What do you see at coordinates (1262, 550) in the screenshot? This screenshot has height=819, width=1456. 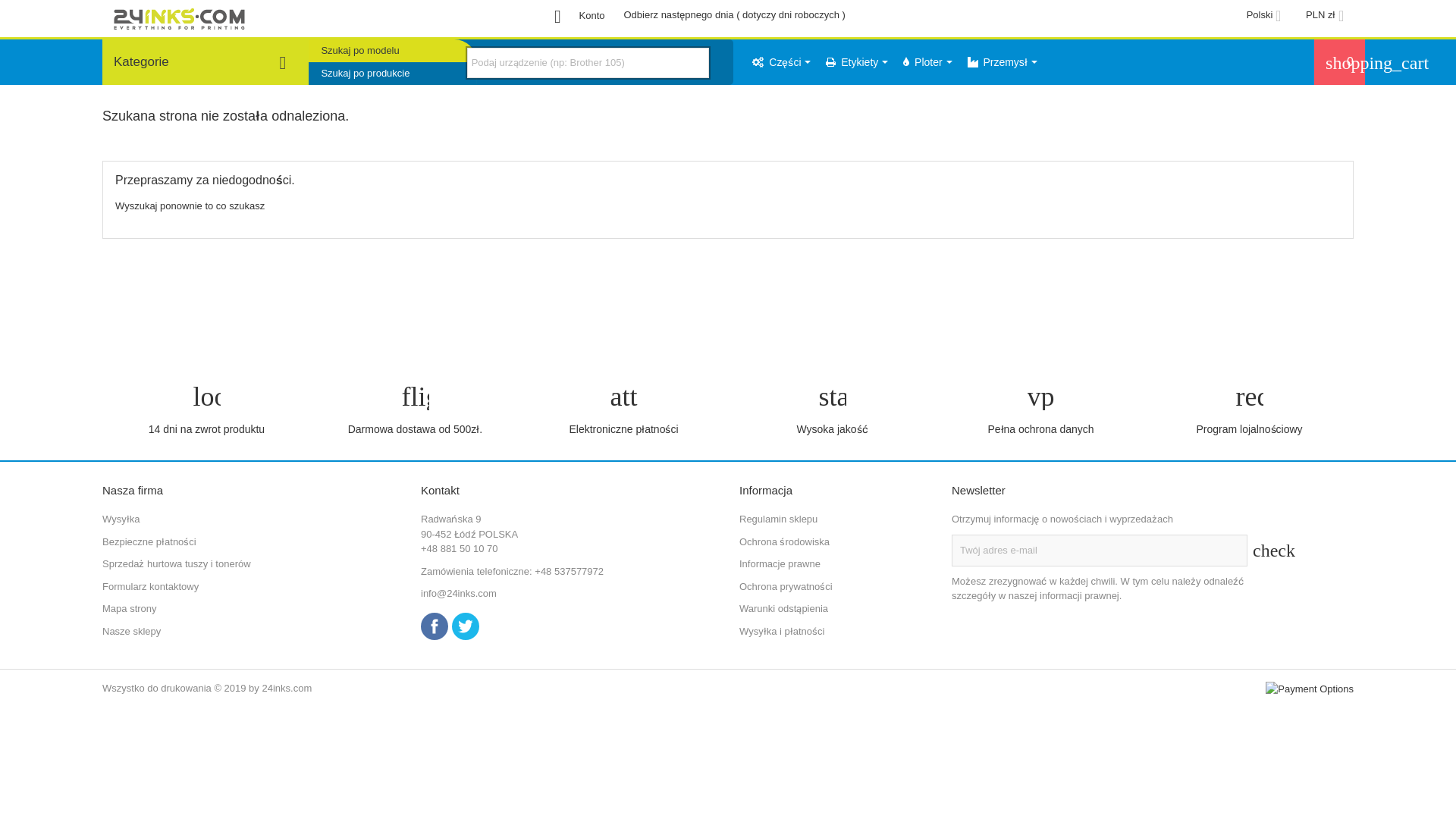 I see `'check'` at bounding box center [1262, 550].